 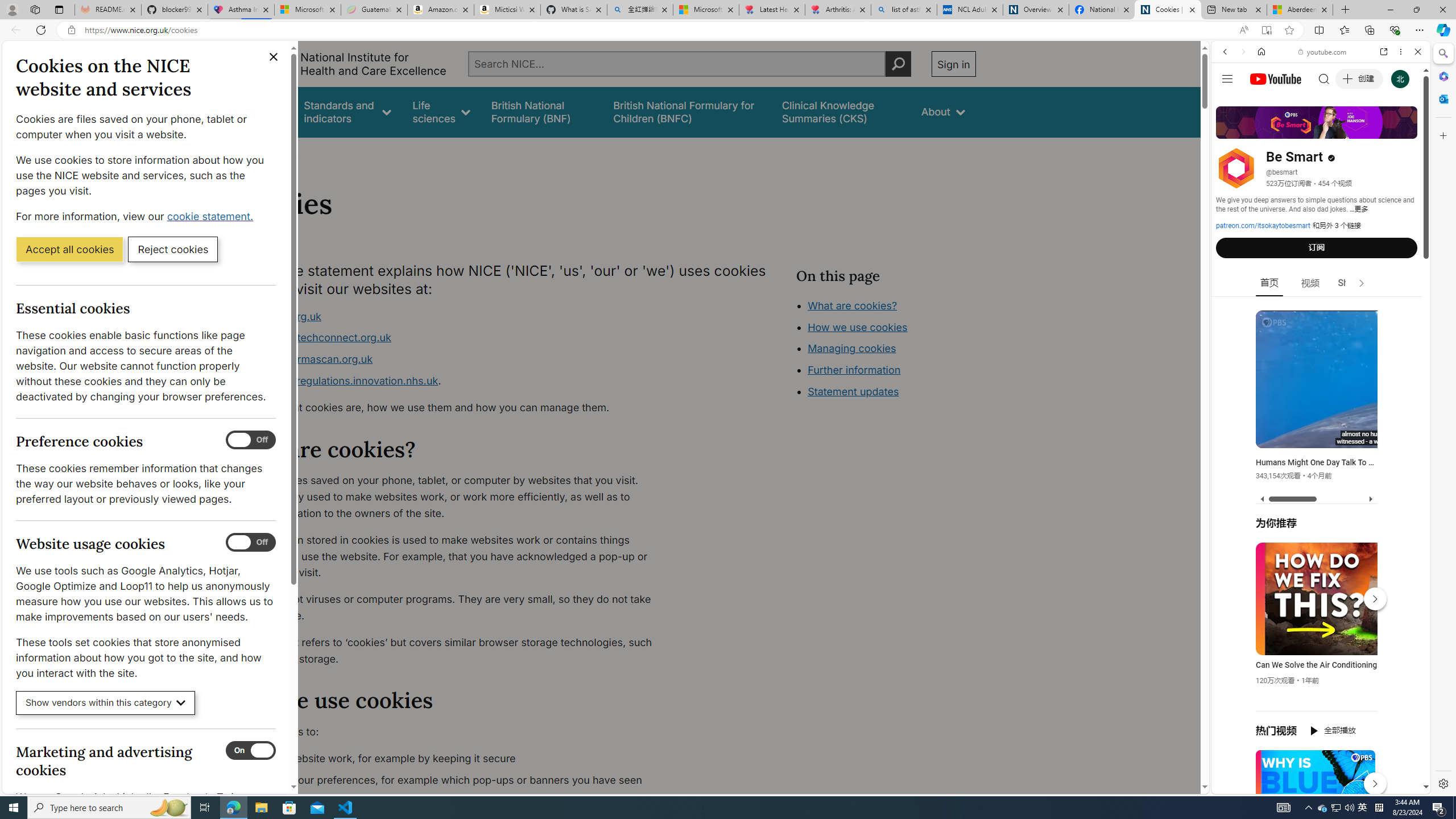 What do you see at coordinates (338, 379) in the screenshot?
I see `'www.digitalregulations.innovation.nhs.uk'` at bounding box center [338, 379].